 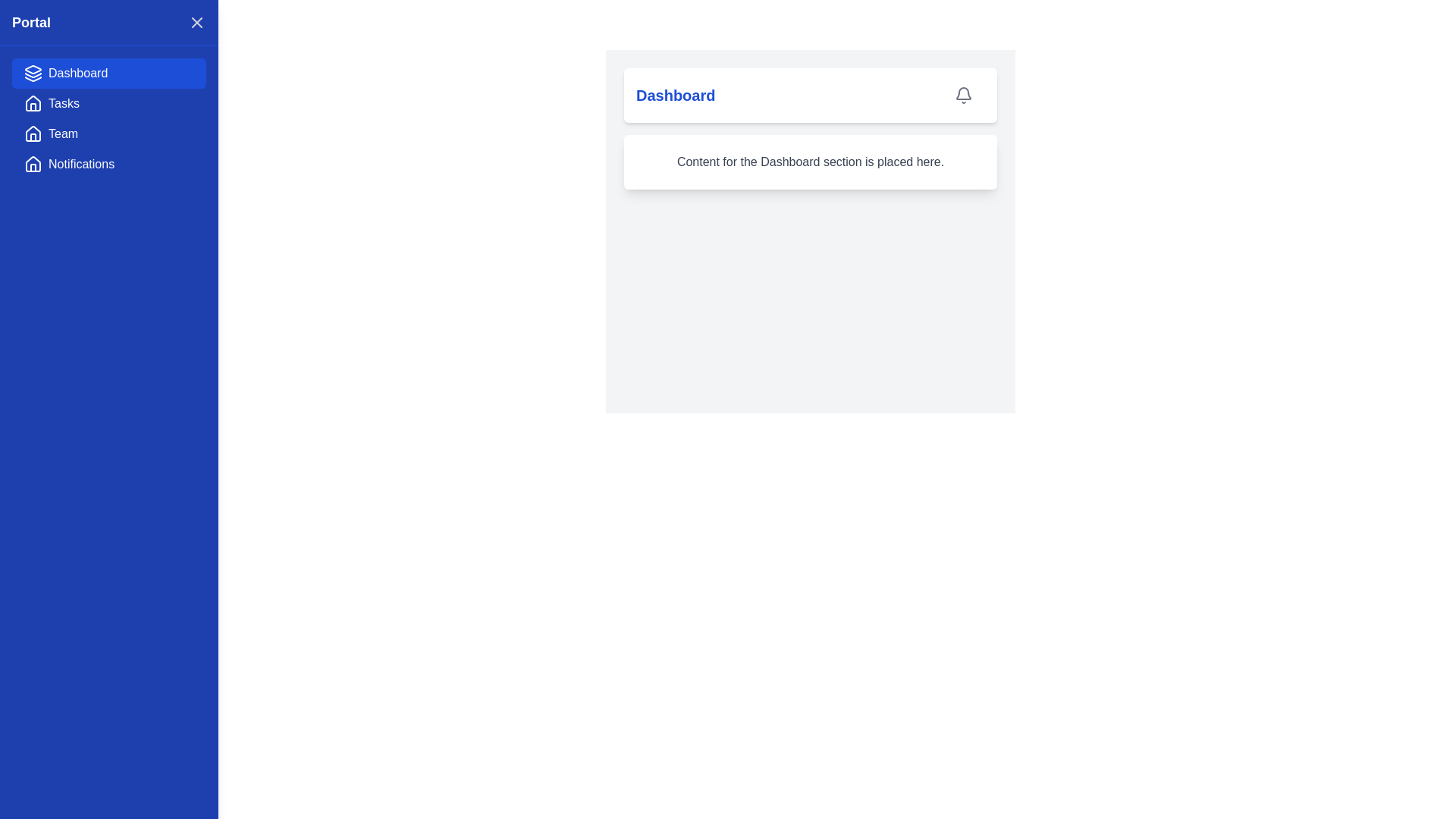 What do you see at coordinates (33, 137) in the screenshot?
I see `the house-shaped icon in the sidebar, which is positioned next to the label 'Team'` at bounding box center [33, 137].